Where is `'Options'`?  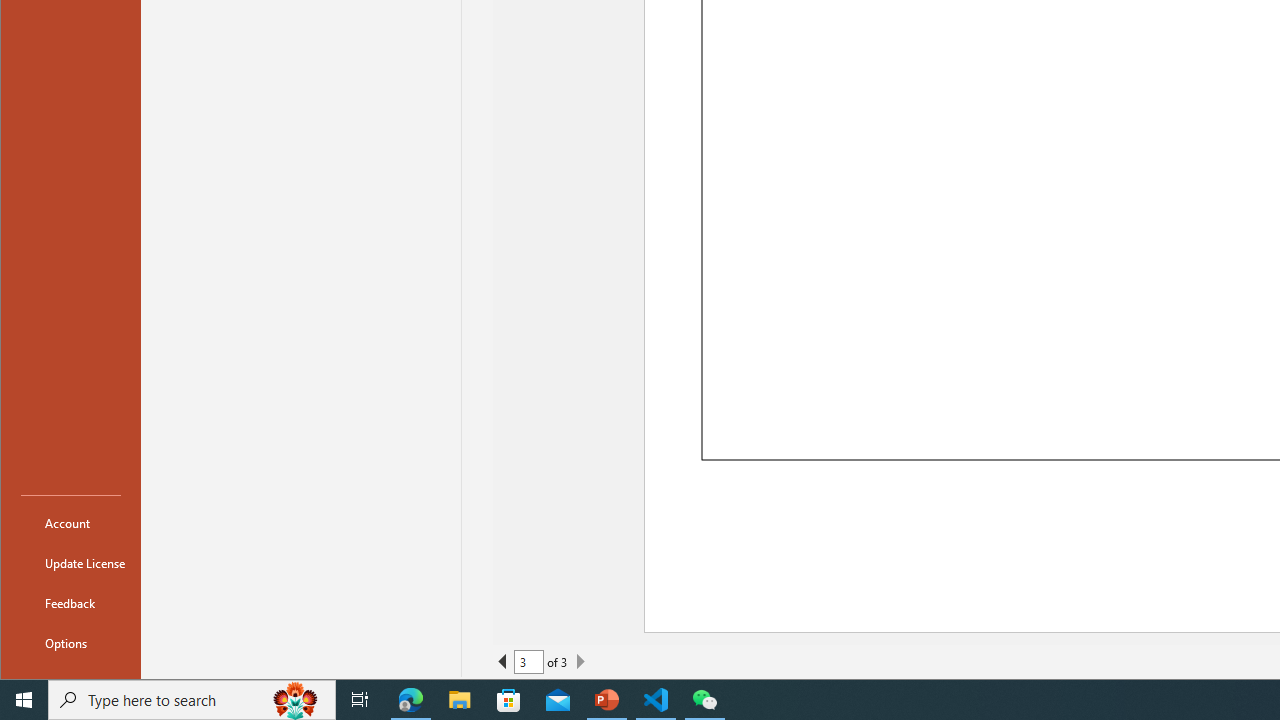 'Options' is located at coordinates (71, 642).